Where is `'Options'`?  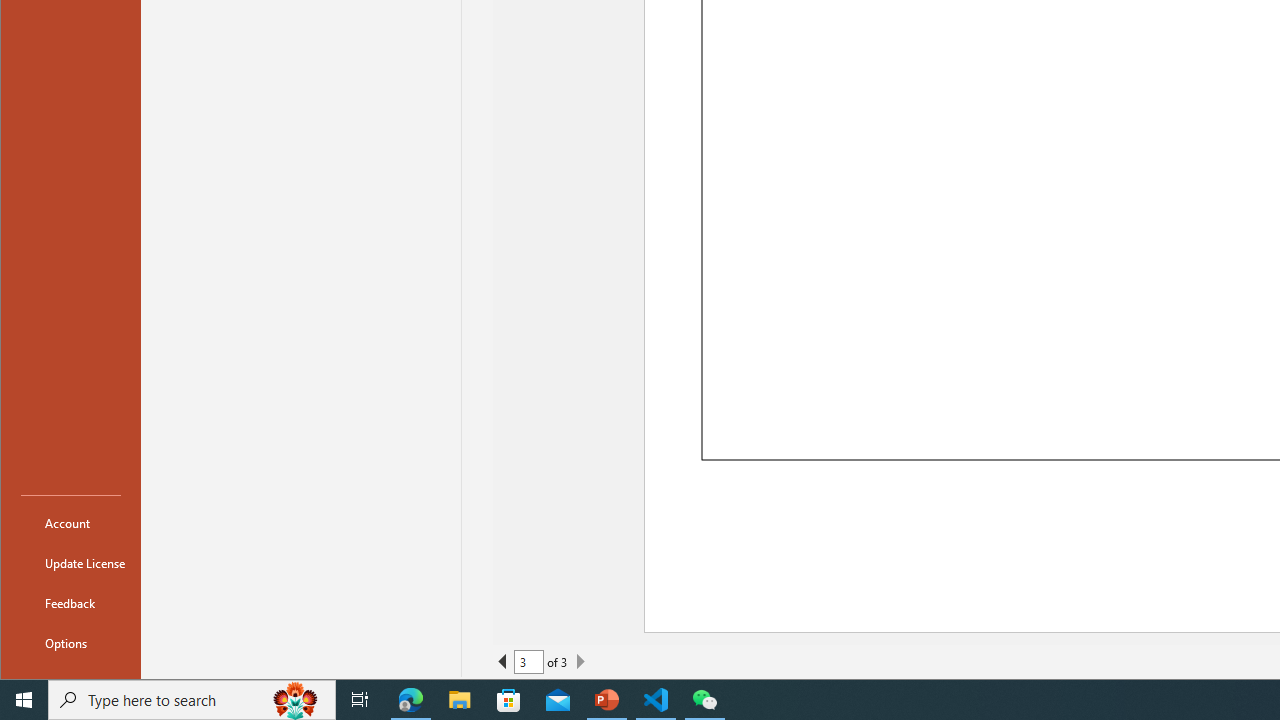 'Options' is located at coordinates (71, 642).